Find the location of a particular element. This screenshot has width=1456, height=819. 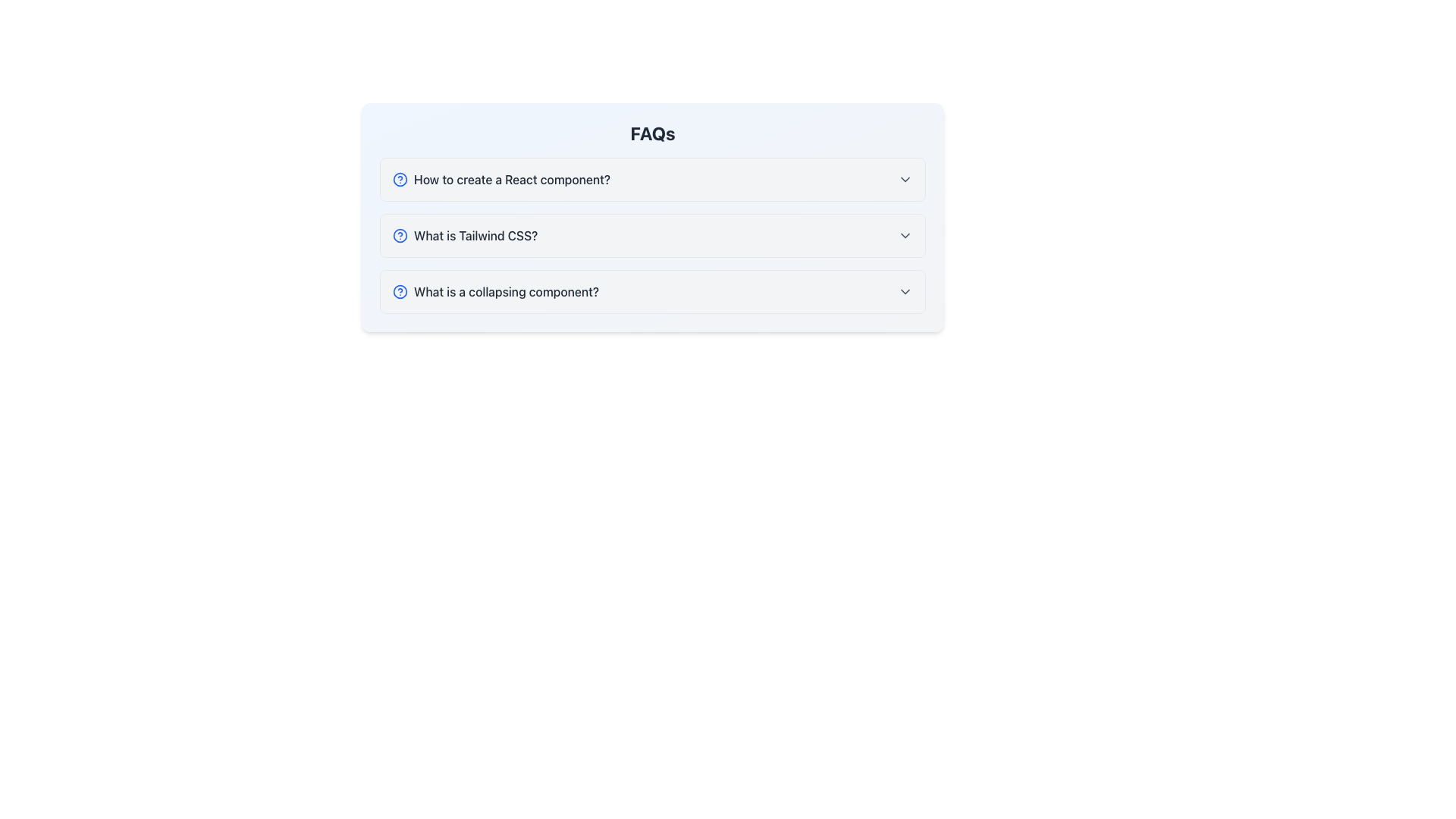

the collapsible item labeled 'How to create a React component?' is located at coordinates (652, 178).